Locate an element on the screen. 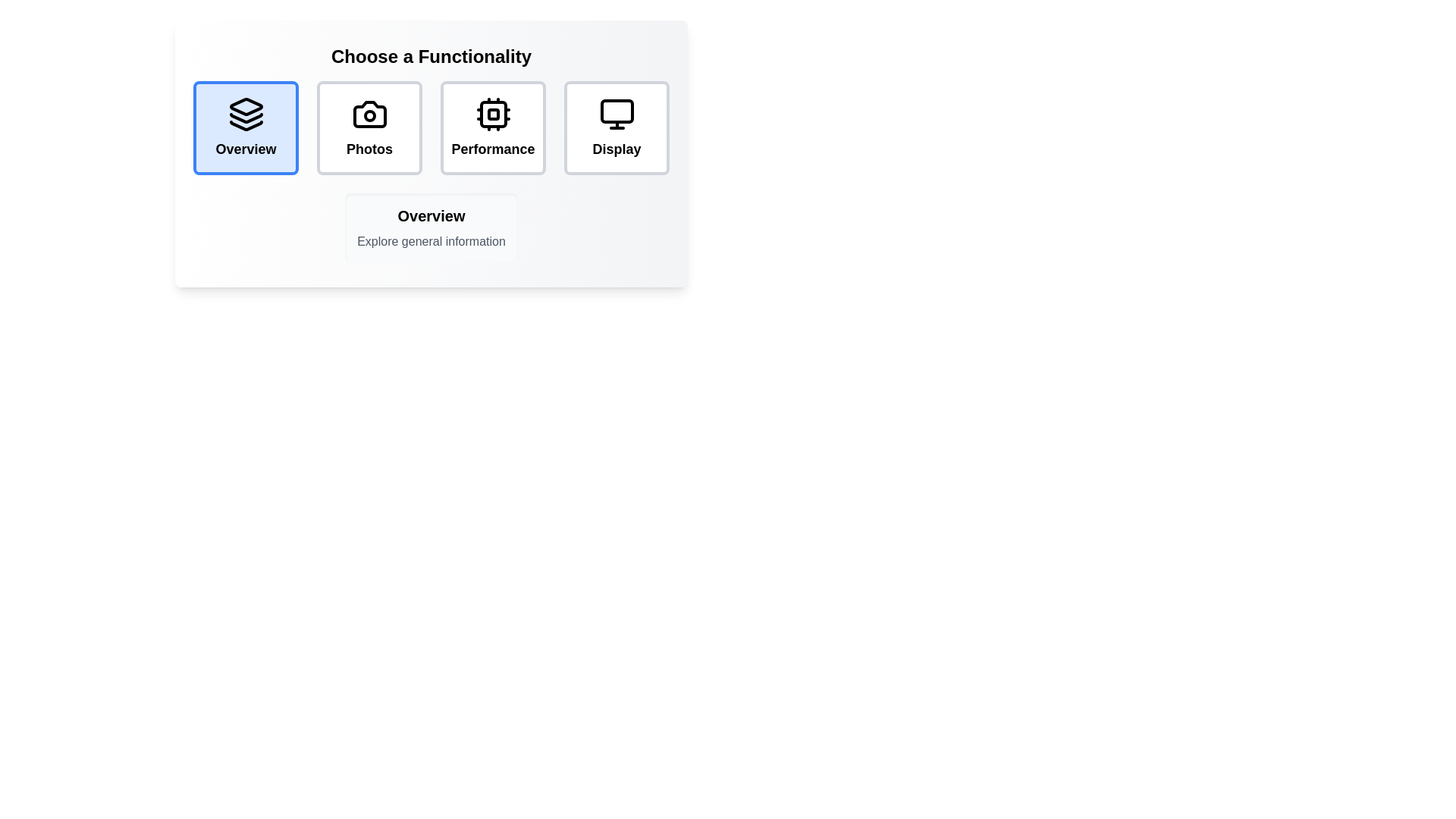 This screenshot has height=819, width=1456. the 'Display' button located at the far right of the grid layout to observe any interactive effects is located at coordinates (617, 127).